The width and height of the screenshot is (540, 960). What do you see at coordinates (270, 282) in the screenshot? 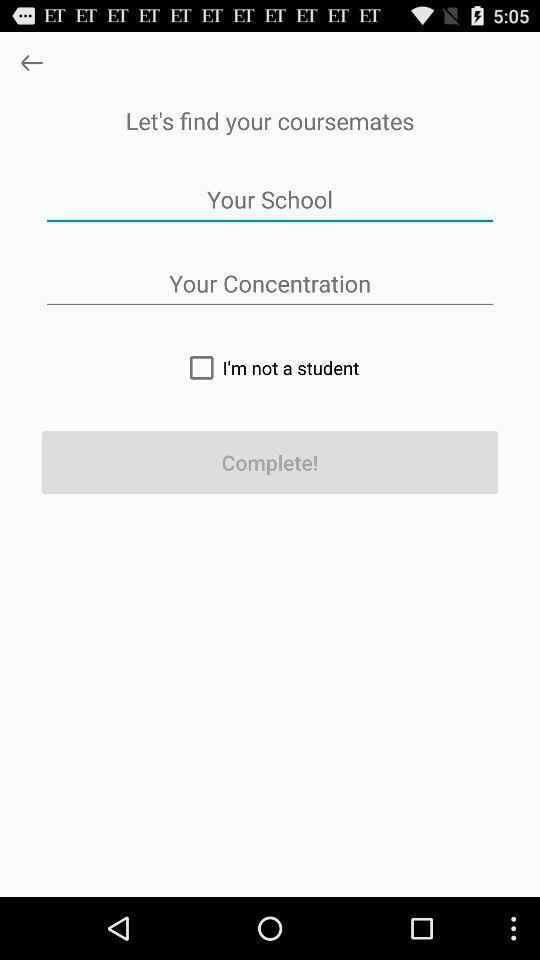
I see `the item above i m not checkbox` at bounding box center [270, 282].